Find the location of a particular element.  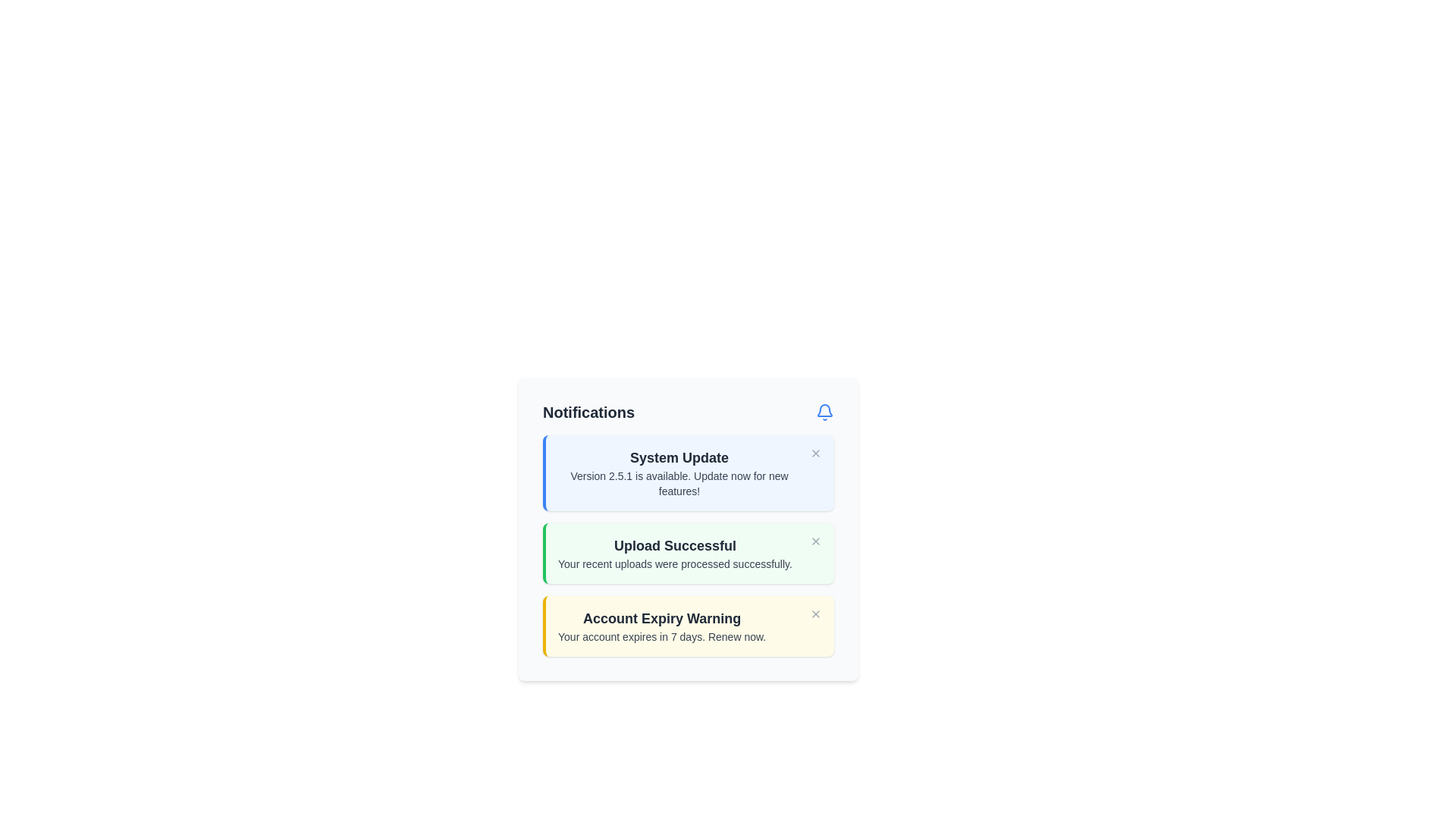

success message from the notification card displaying 'Upload Successful' with a light green background and a close icon in the top-right corner is located at coordinates (689, 553).